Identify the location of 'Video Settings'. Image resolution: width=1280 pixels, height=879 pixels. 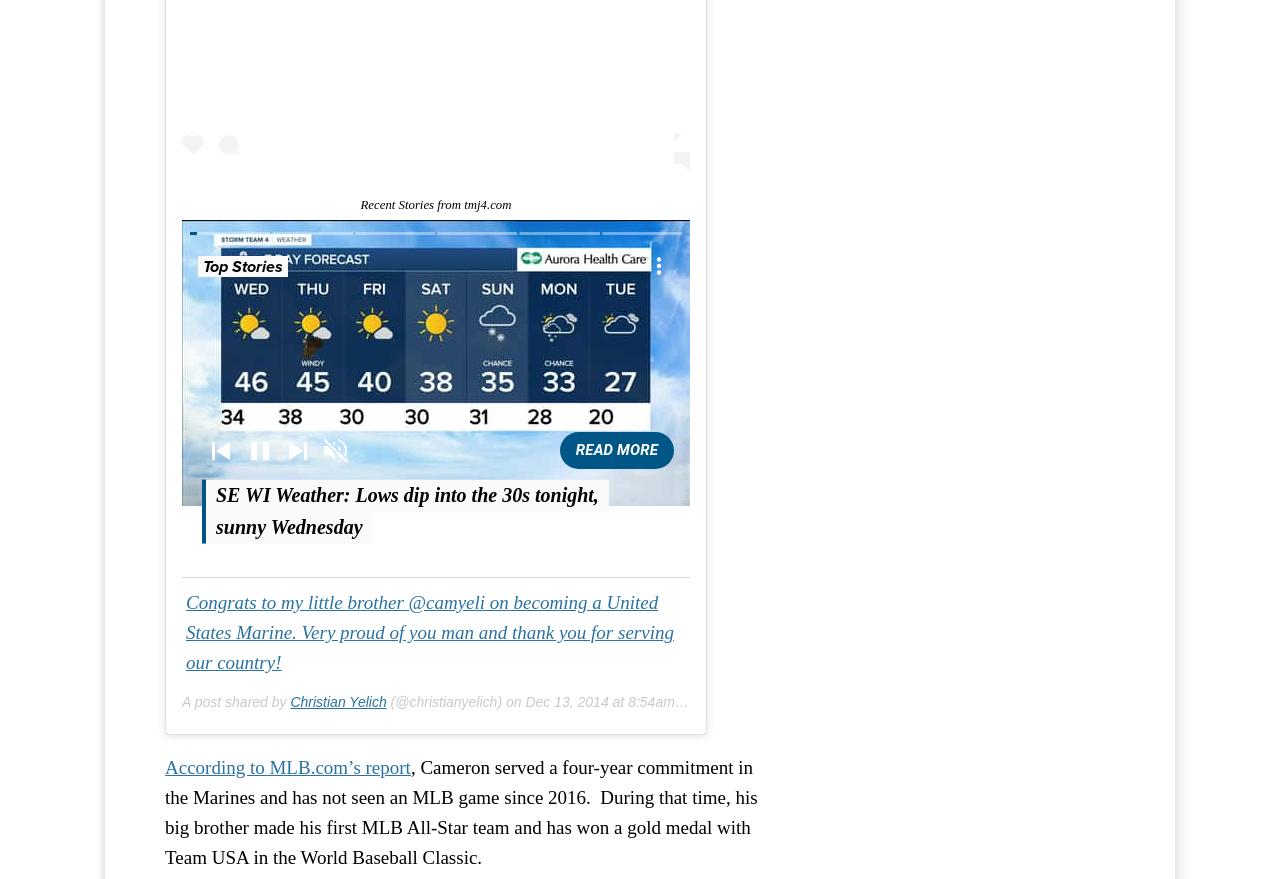
(350, 243).